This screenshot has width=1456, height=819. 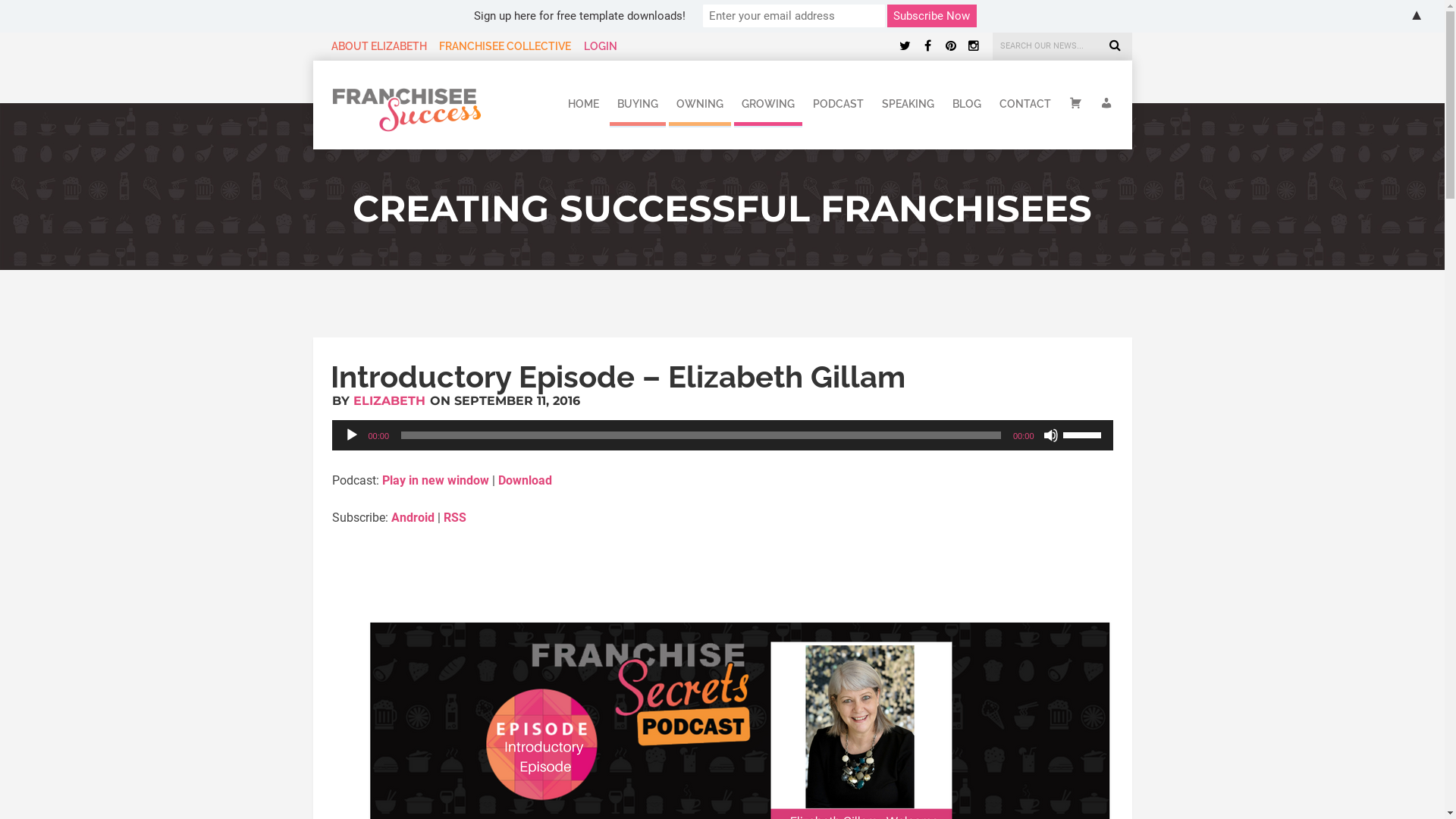 What do you see at coordinates (413, 516) in the screenshot?
I see `'Android'` at bounding box center [413, 516].